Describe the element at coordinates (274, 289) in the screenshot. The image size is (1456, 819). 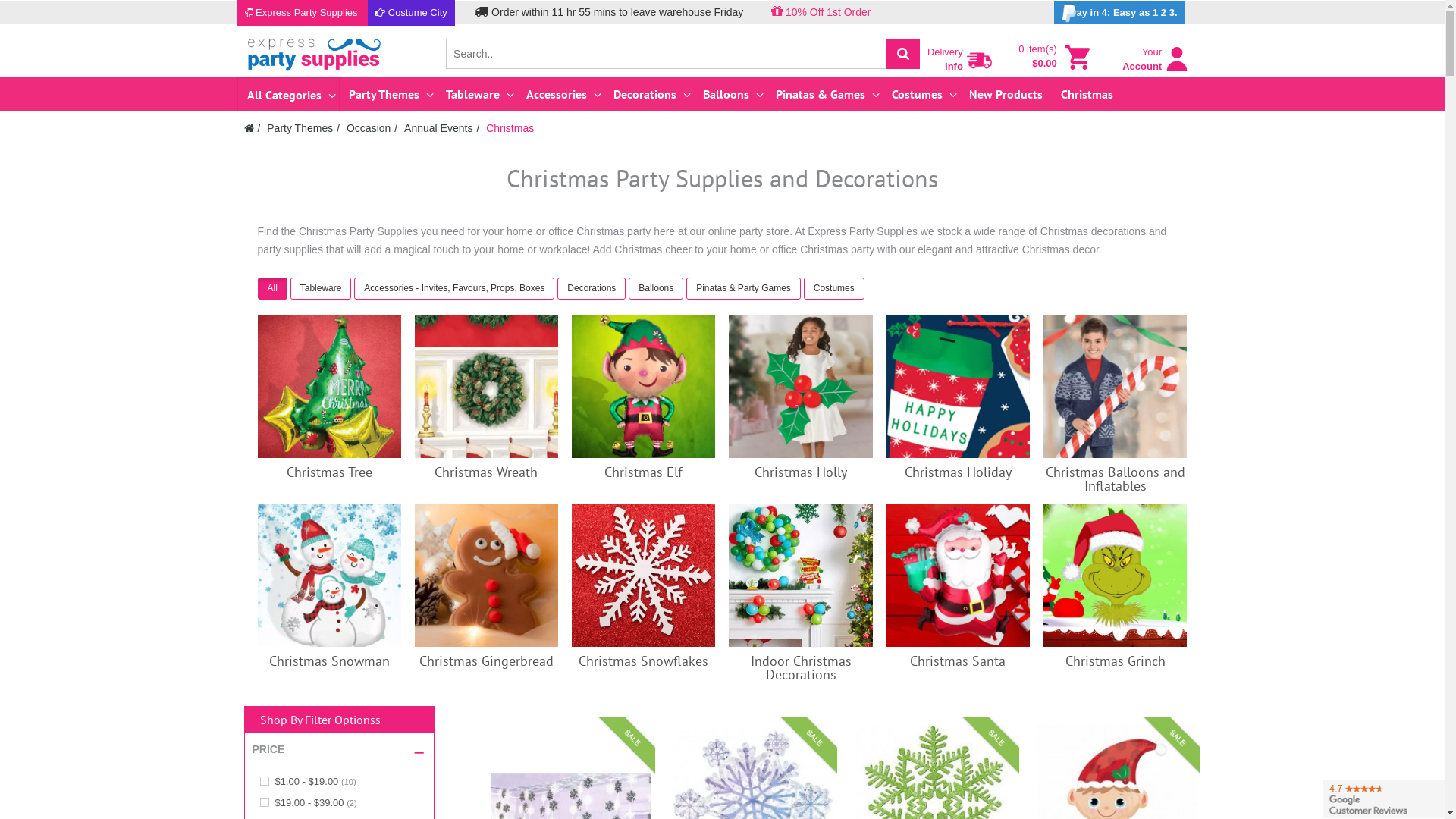
I see `'All'` at that location.